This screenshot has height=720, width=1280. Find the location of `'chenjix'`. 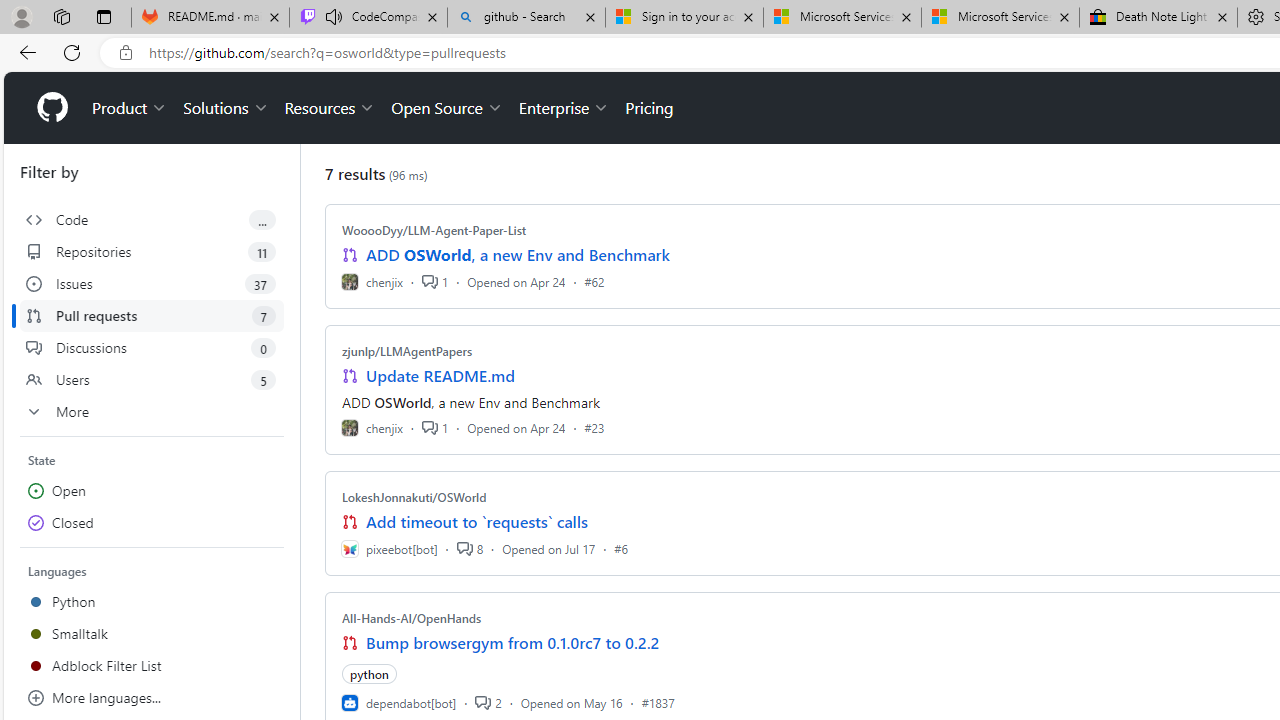

'chenjix' is located at coordinates (372, 426).